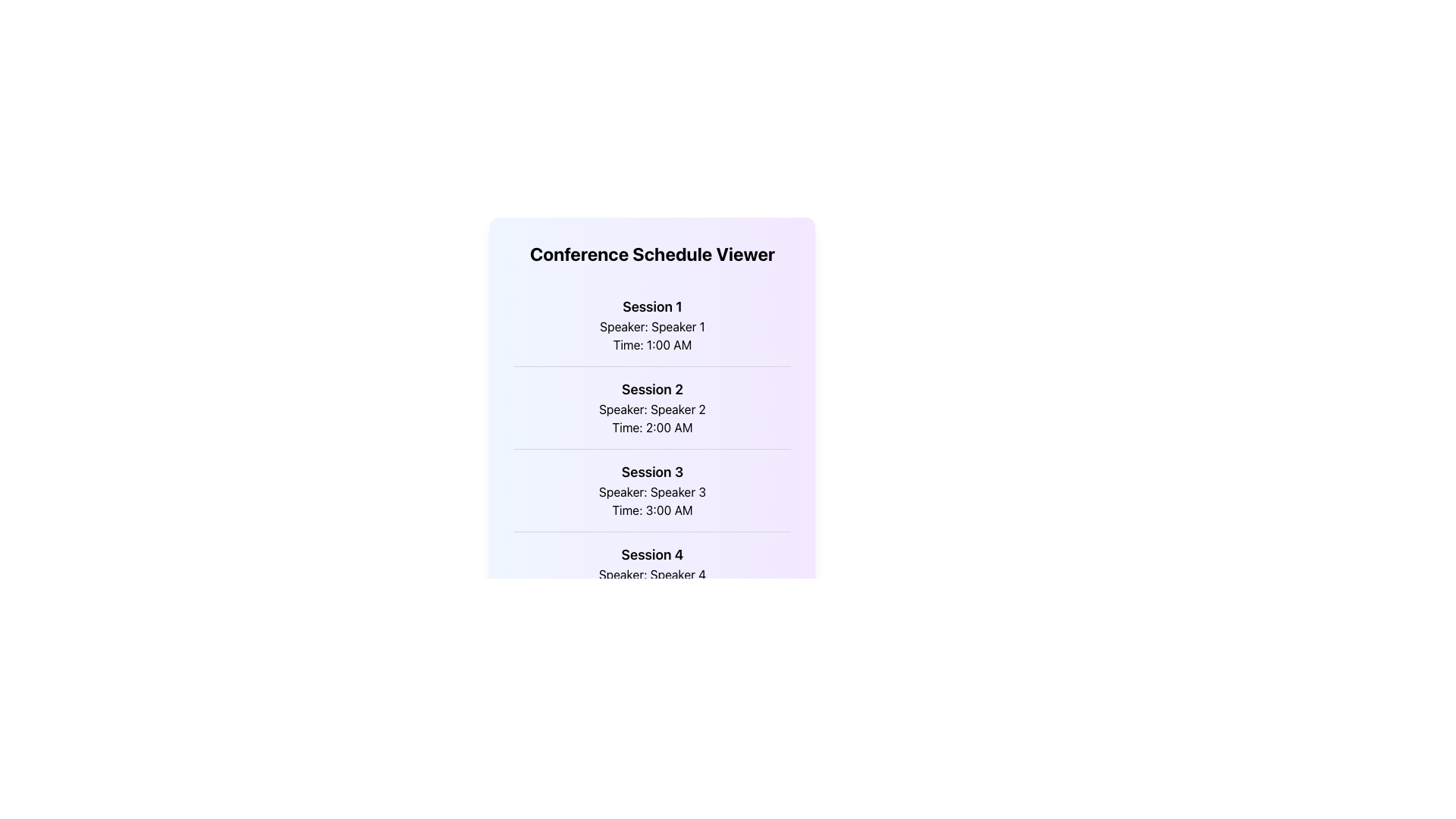  What do you see at coordinates (652, 491) in the screenshot?
I see `the contextual information associated with the text label indicating the speaker's name` at bounding box center [652, 491].